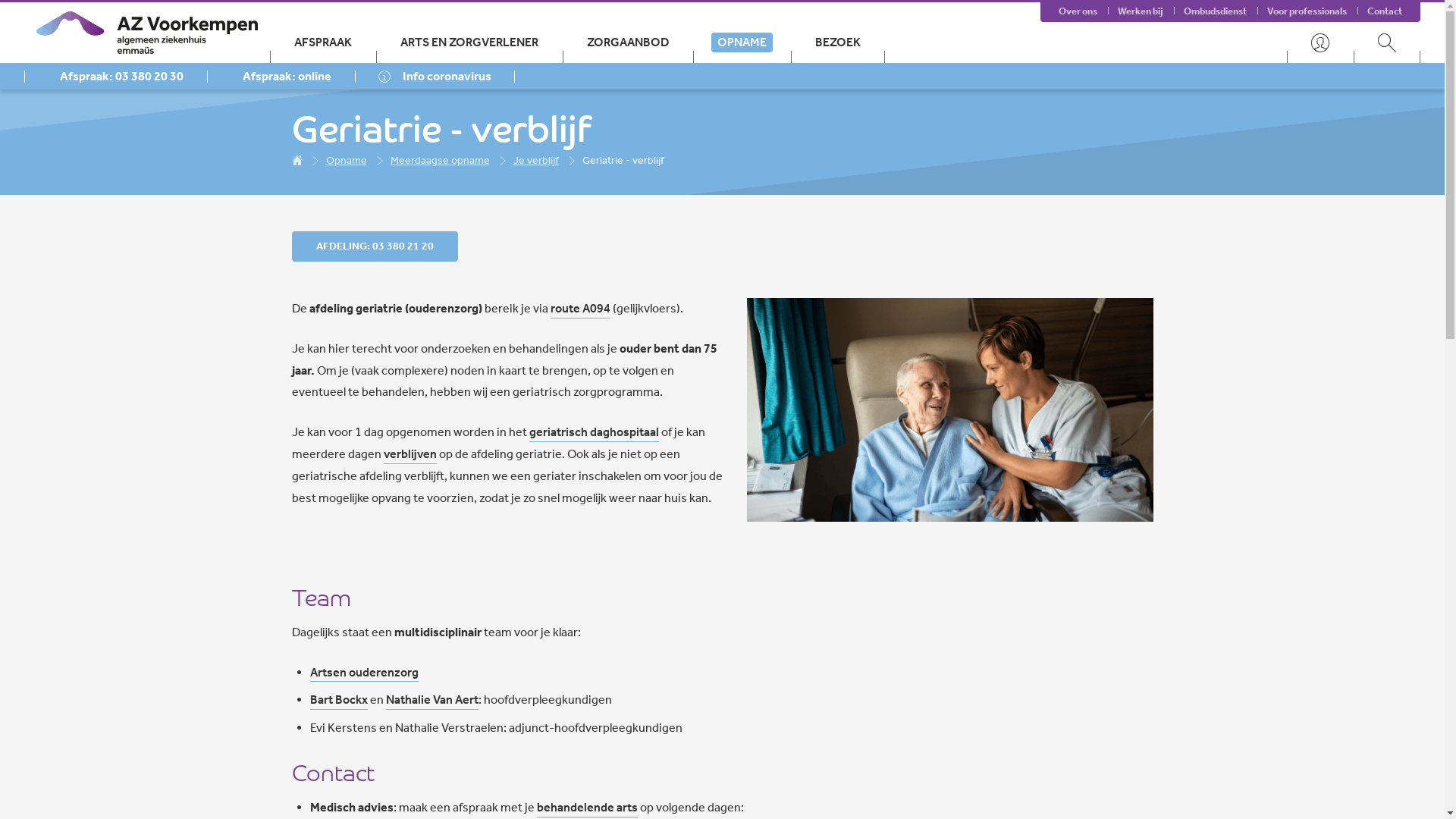 The image size is (1456, 819). Describe the element at coordinates (309, 700) in the screenshot. I see `'Bart Bockx'` at that location.